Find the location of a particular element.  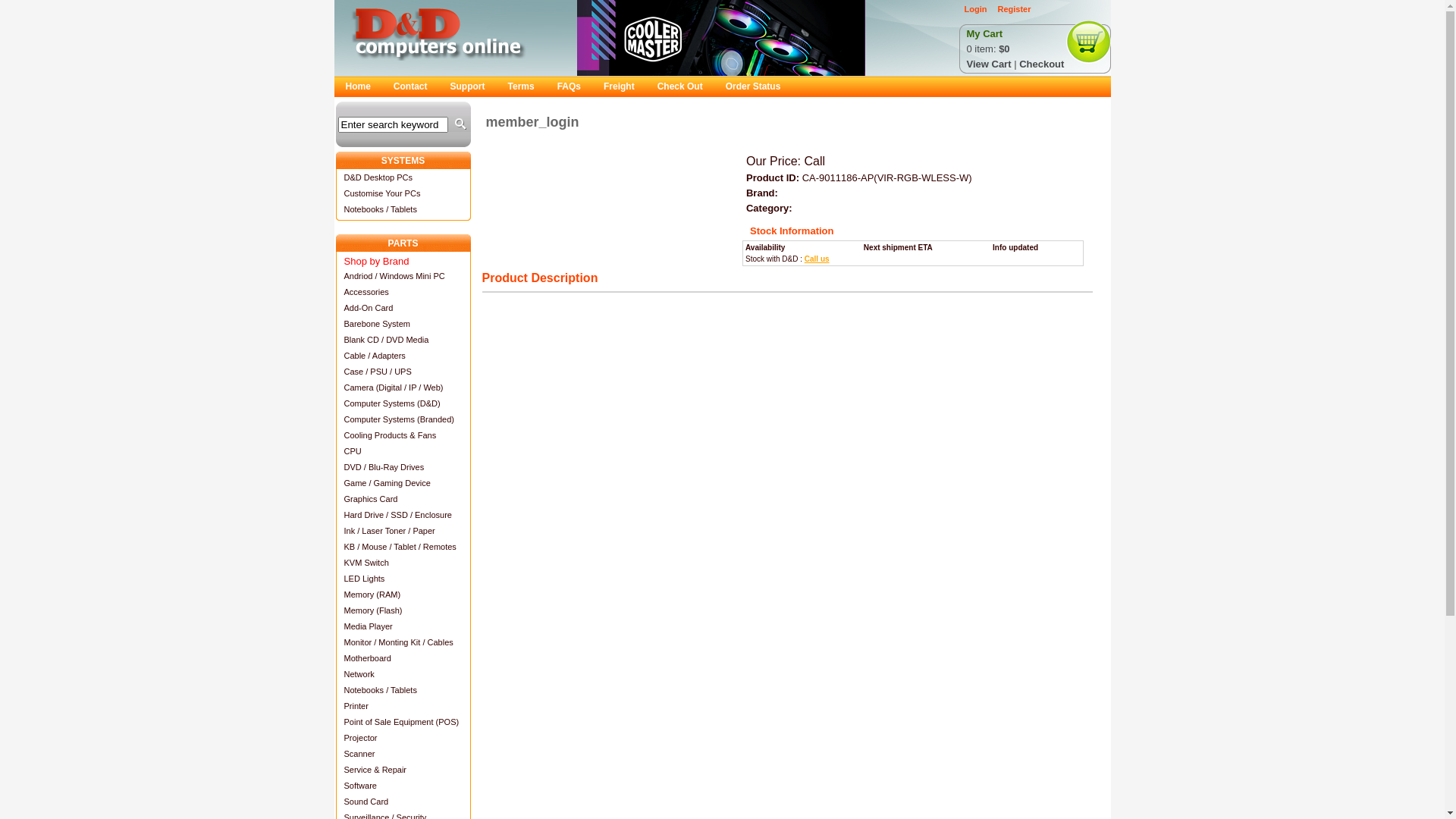

'LED Lights' is located at coordinates (403, 578).